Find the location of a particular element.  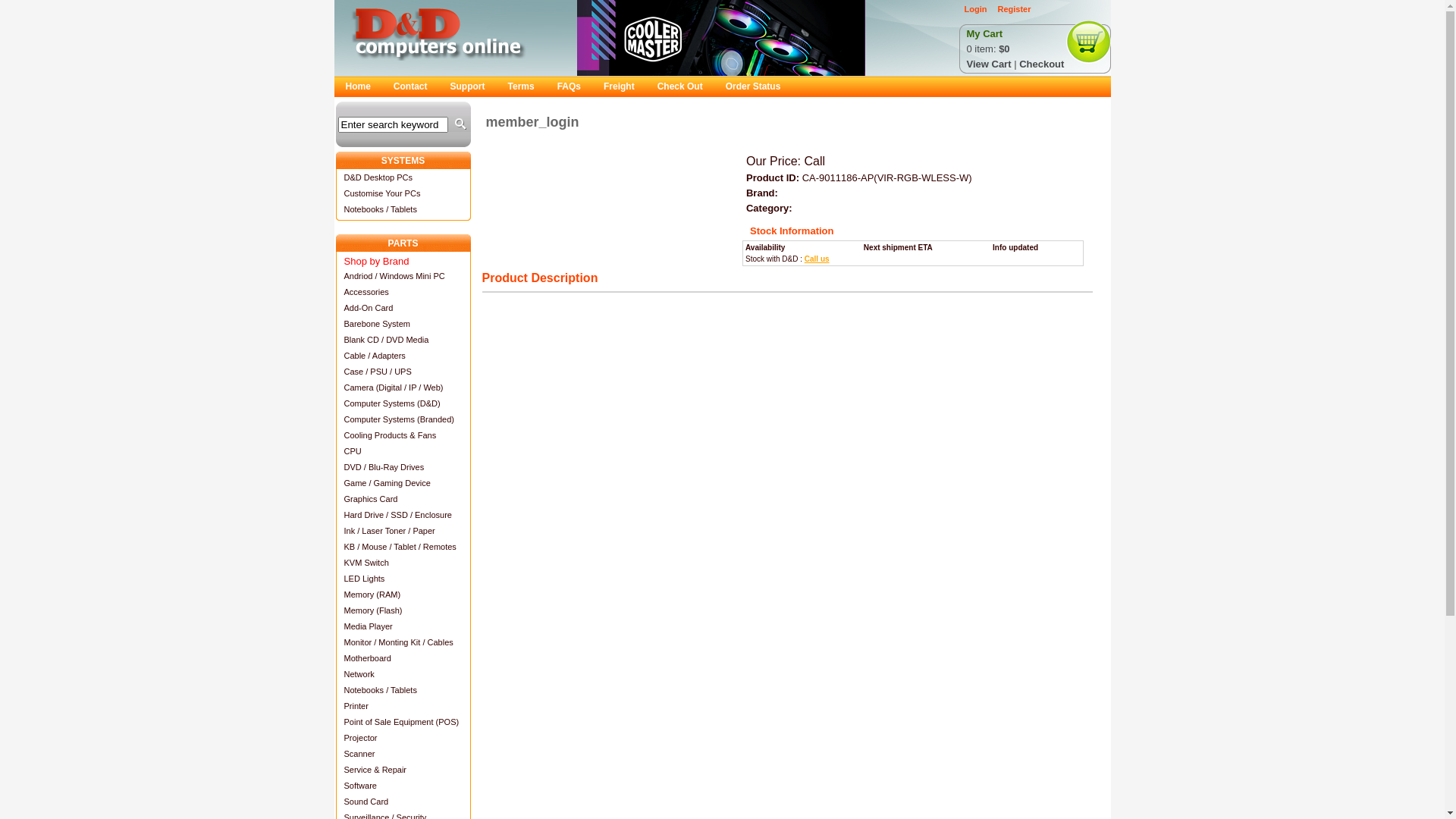

'LED Lights' is located at coordinates (403, 578).